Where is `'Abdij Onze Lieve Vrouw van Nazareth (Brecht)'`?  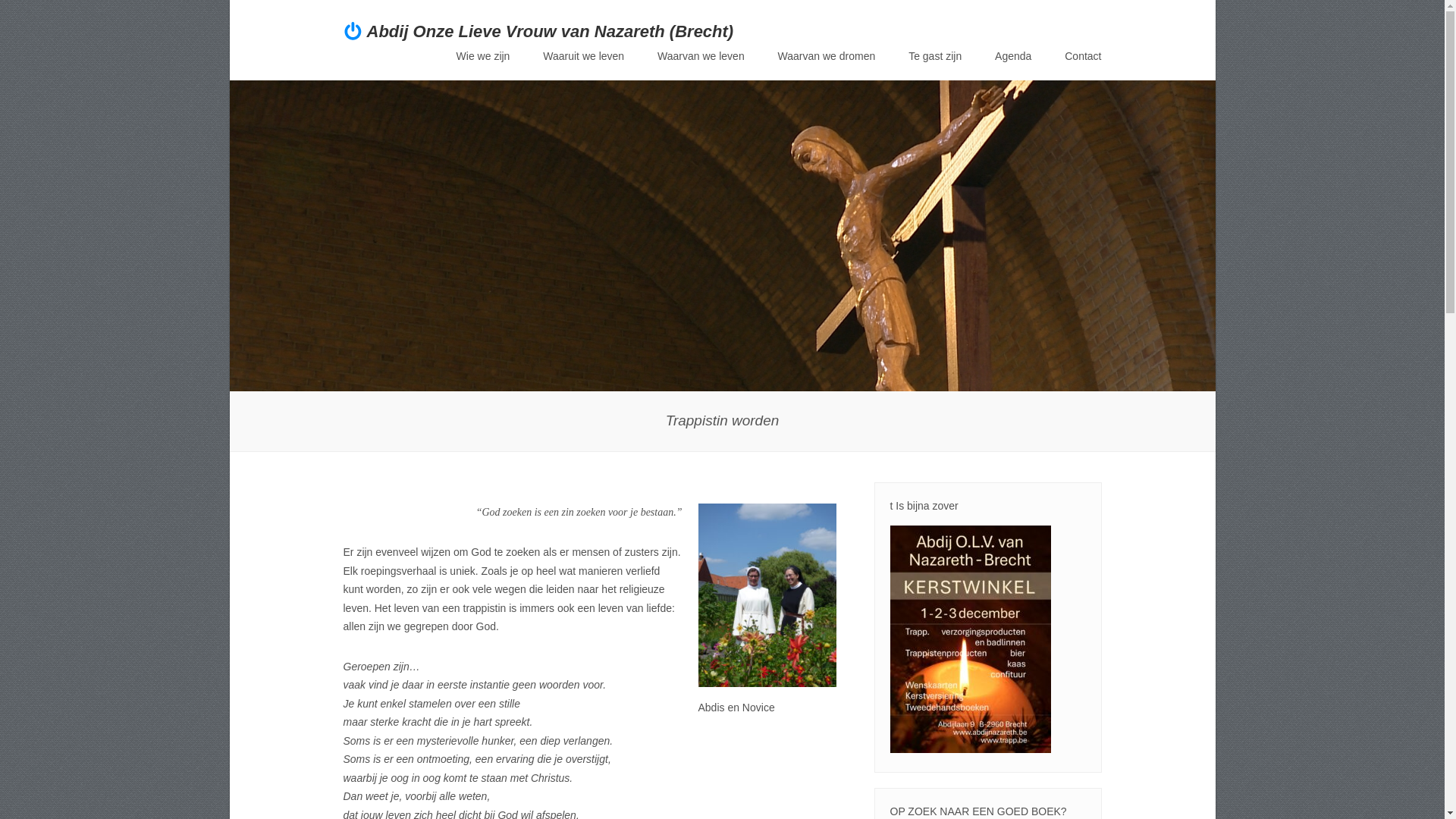 'Abdij Onze Lieve Vrouw van Nazareth (Brecht)' is located at coordinates (549, 31).